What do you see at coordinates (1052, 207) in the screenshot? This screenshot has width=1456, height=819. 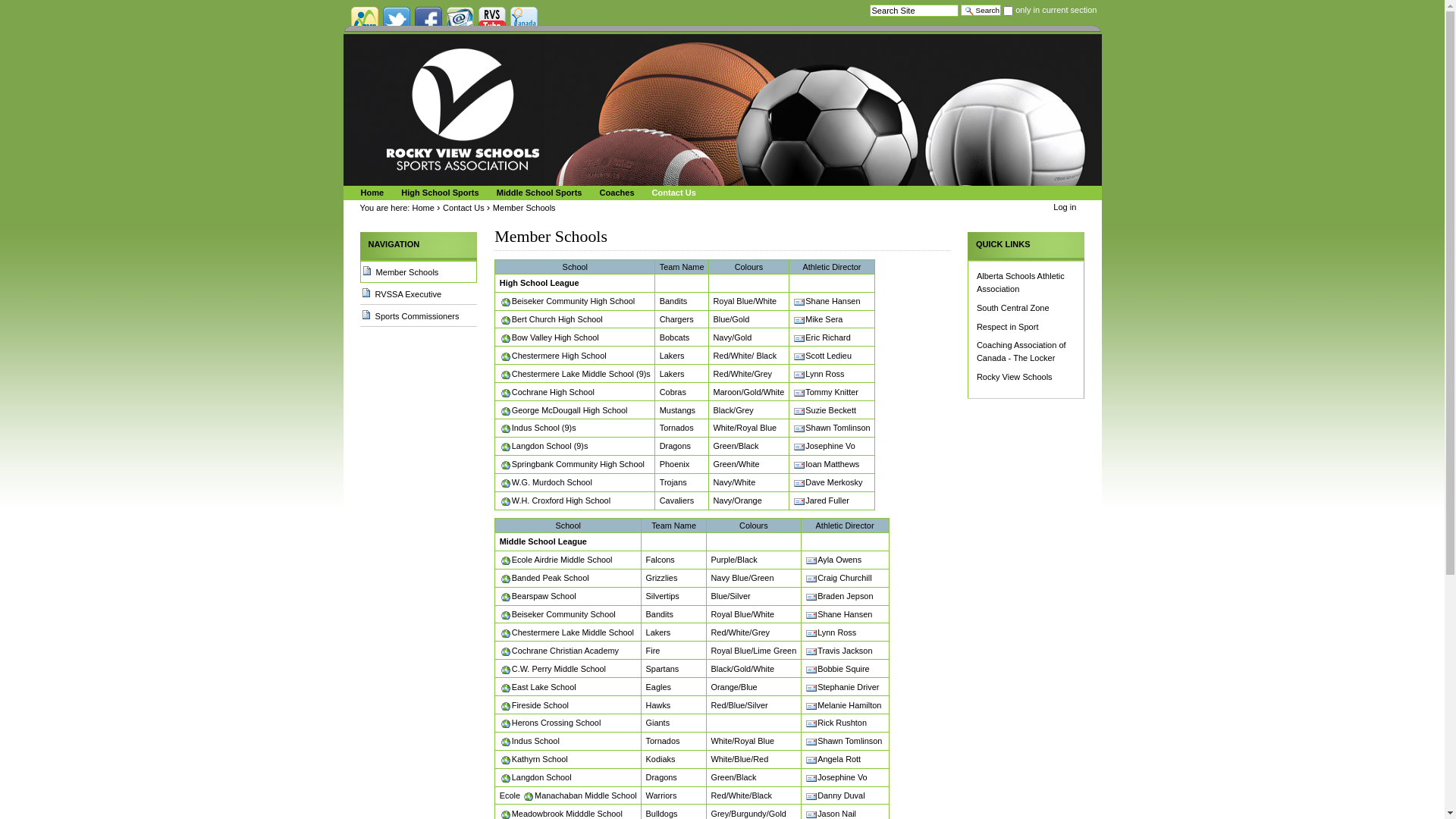 I see `'Log in'` at bounding box center [1052, 207].